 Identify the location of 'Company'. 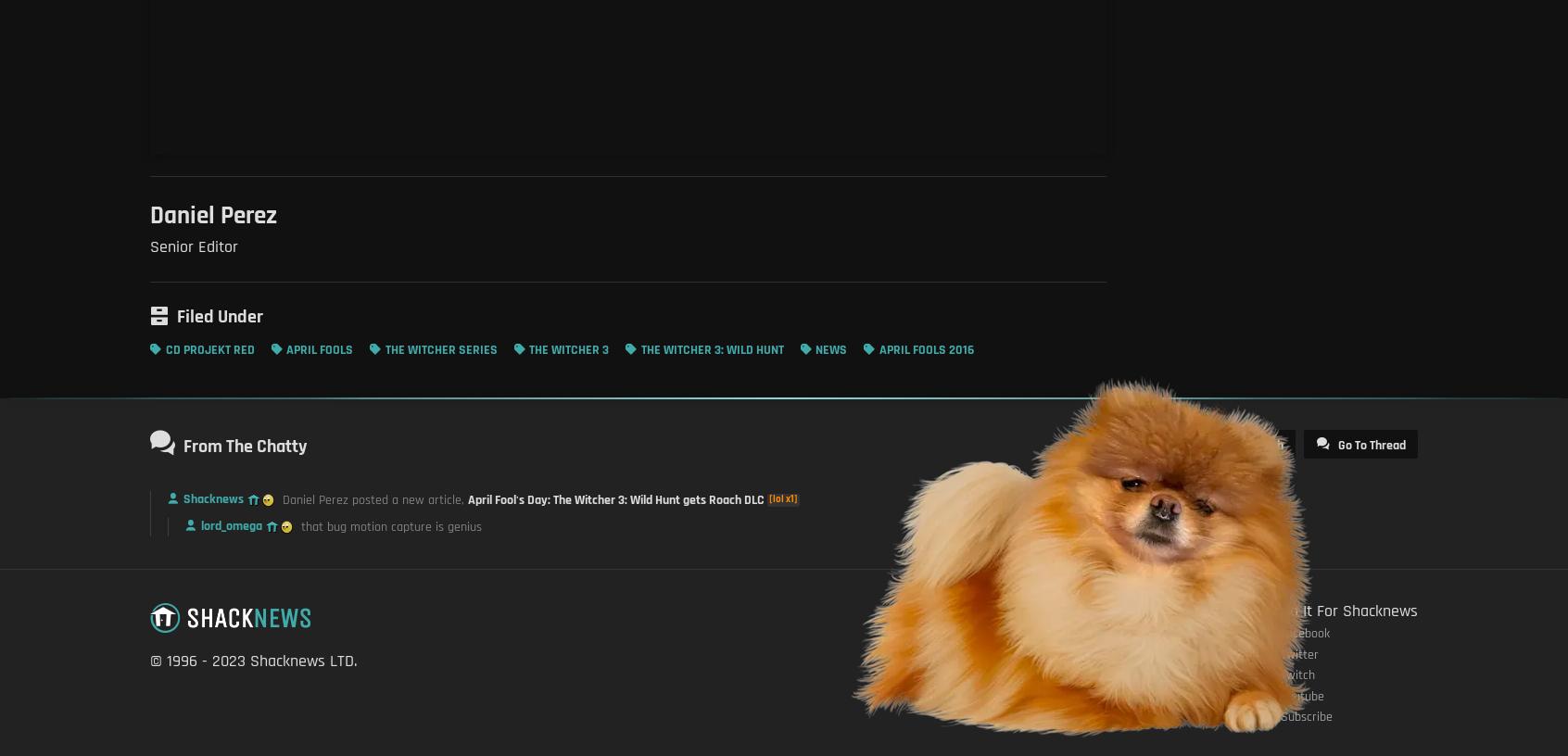
(1150, 610).